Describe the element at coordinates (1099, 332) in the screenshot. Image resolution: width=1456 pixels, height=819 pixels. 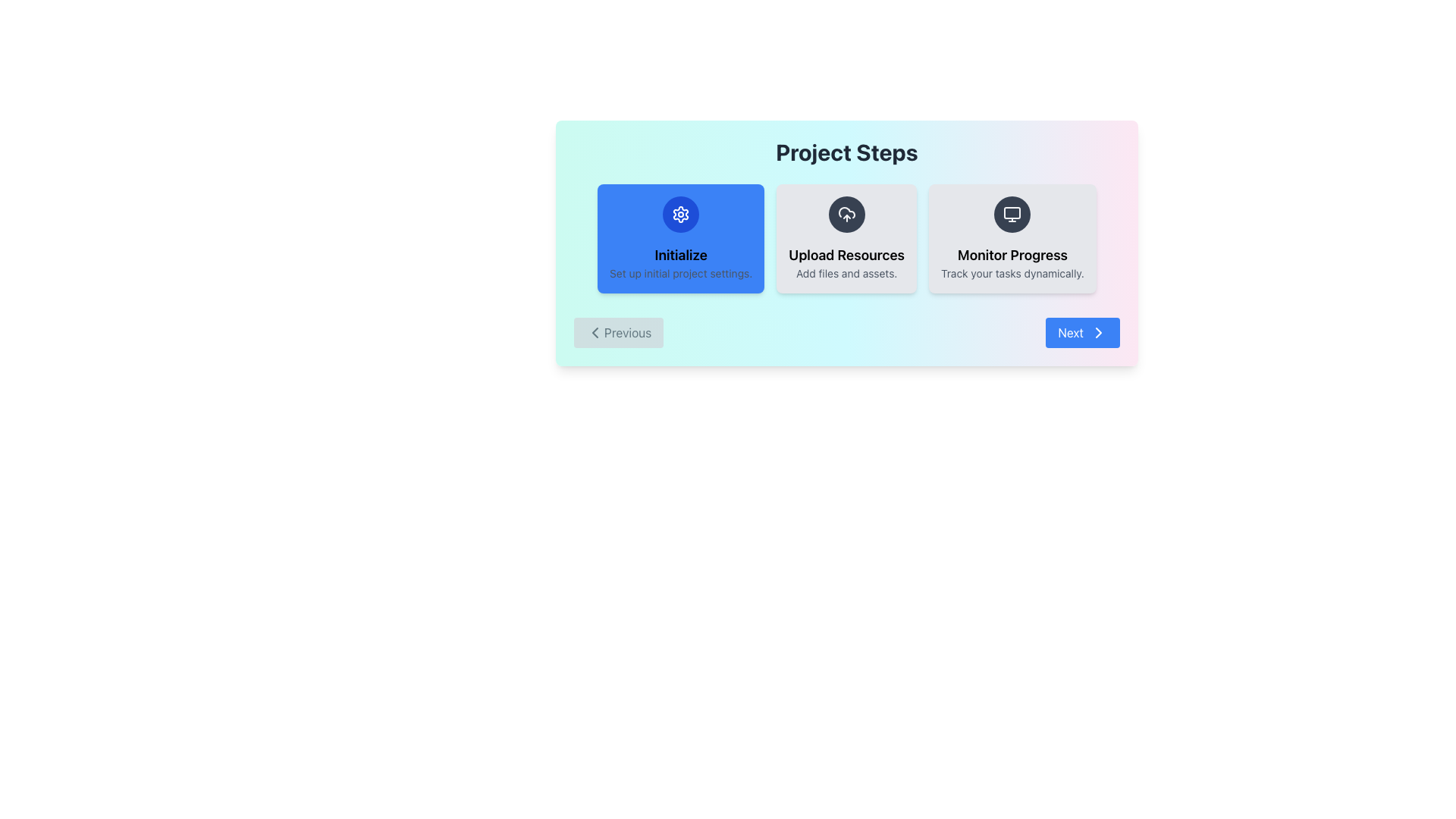
I see `the forward navigation icon located in the bottom-right corner of the step navigation section, positioned directly to the right of the 'Next' button text` at that location.